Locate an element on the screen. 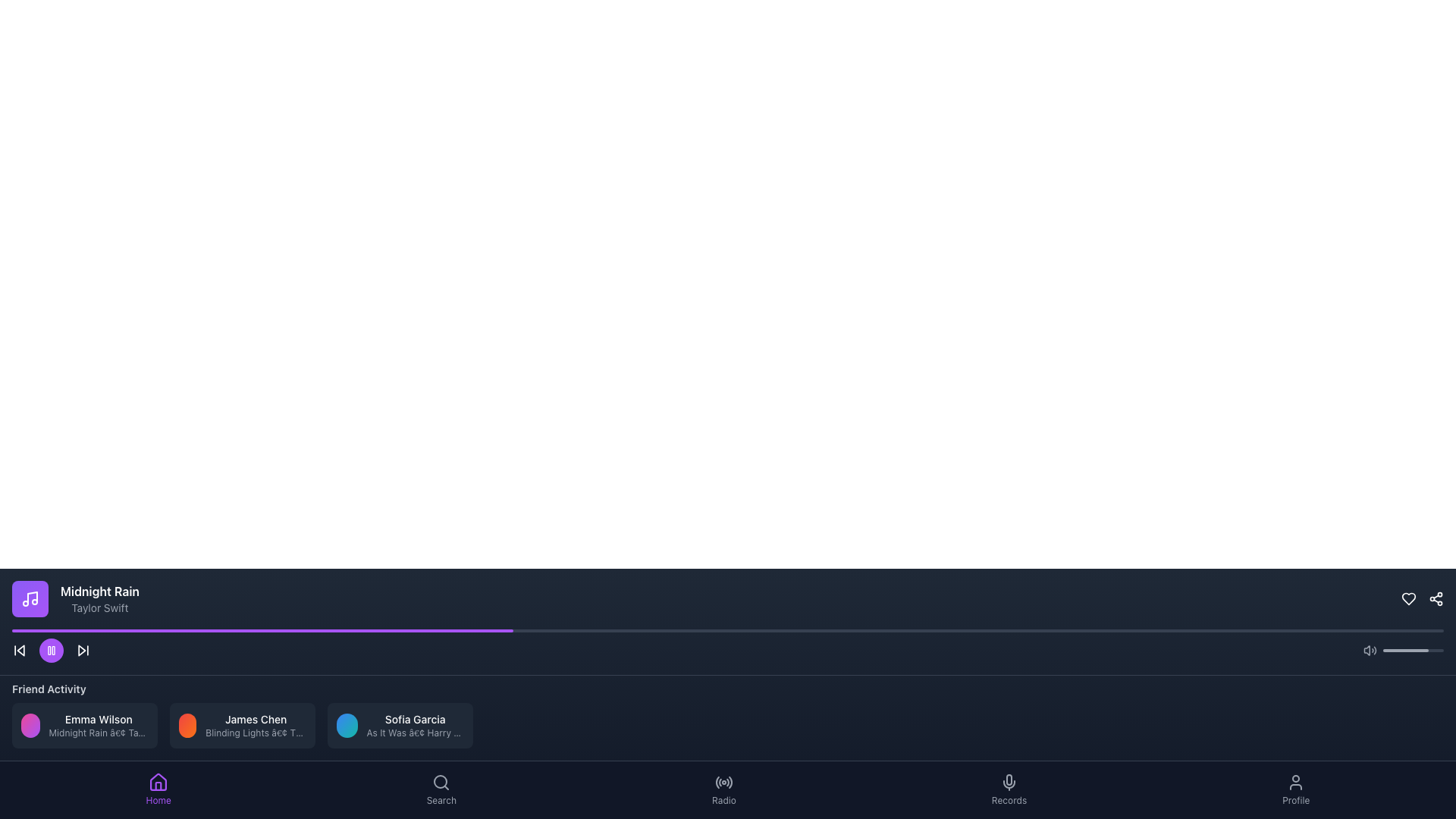 Image resolution: width=1456 pixels, height=819 pixels. the circular decorative element with a gradient color scheme transitioning from blue to teal, located on the left side of the card displaying 'Sofia Garcia As It Was • Harry Styles' in the 'Activity' section is located at coordinates (346, 724).